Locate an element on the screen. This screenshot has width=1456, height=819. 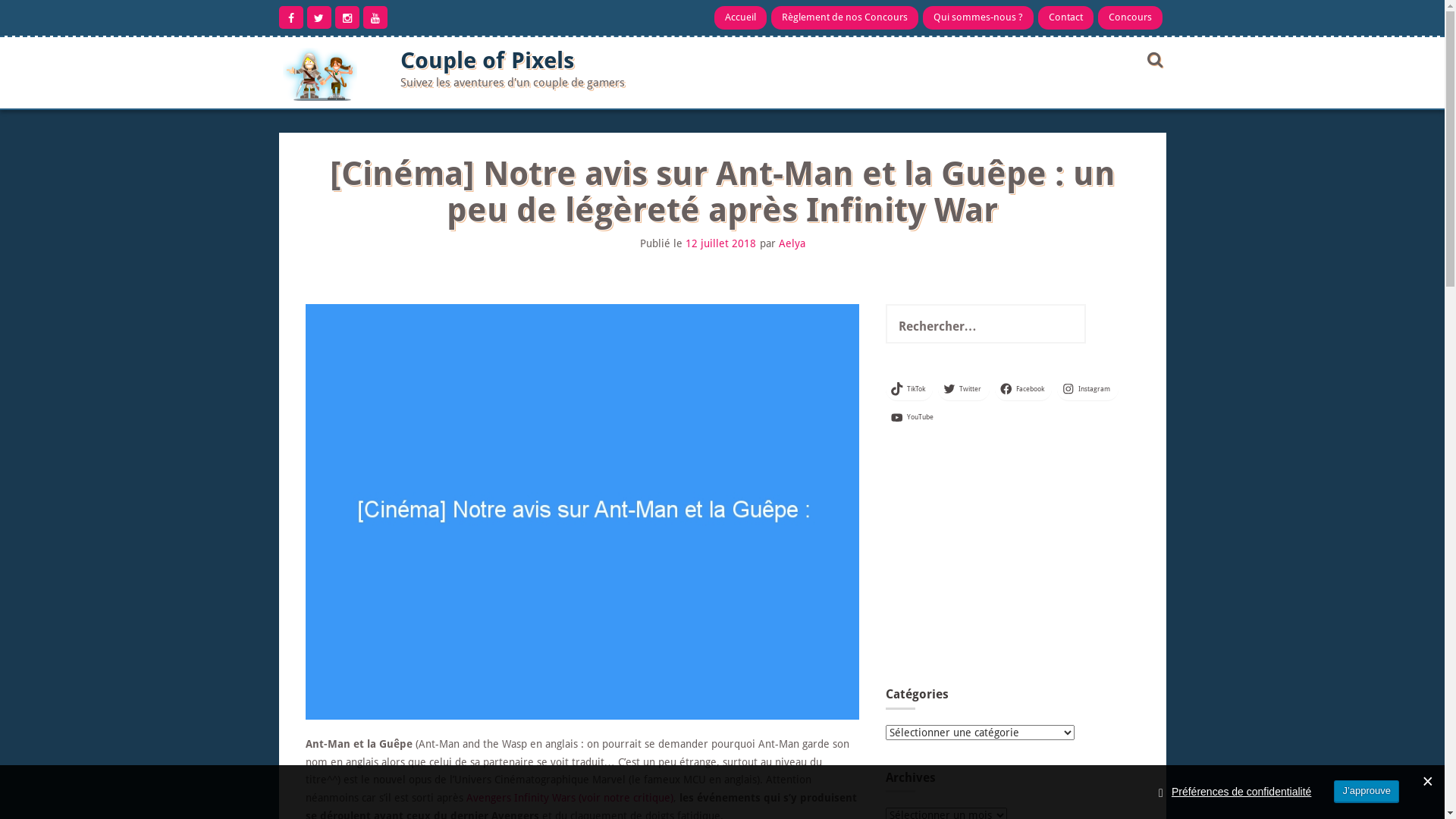
'Rechercher' is located at coordinates (33, 9).